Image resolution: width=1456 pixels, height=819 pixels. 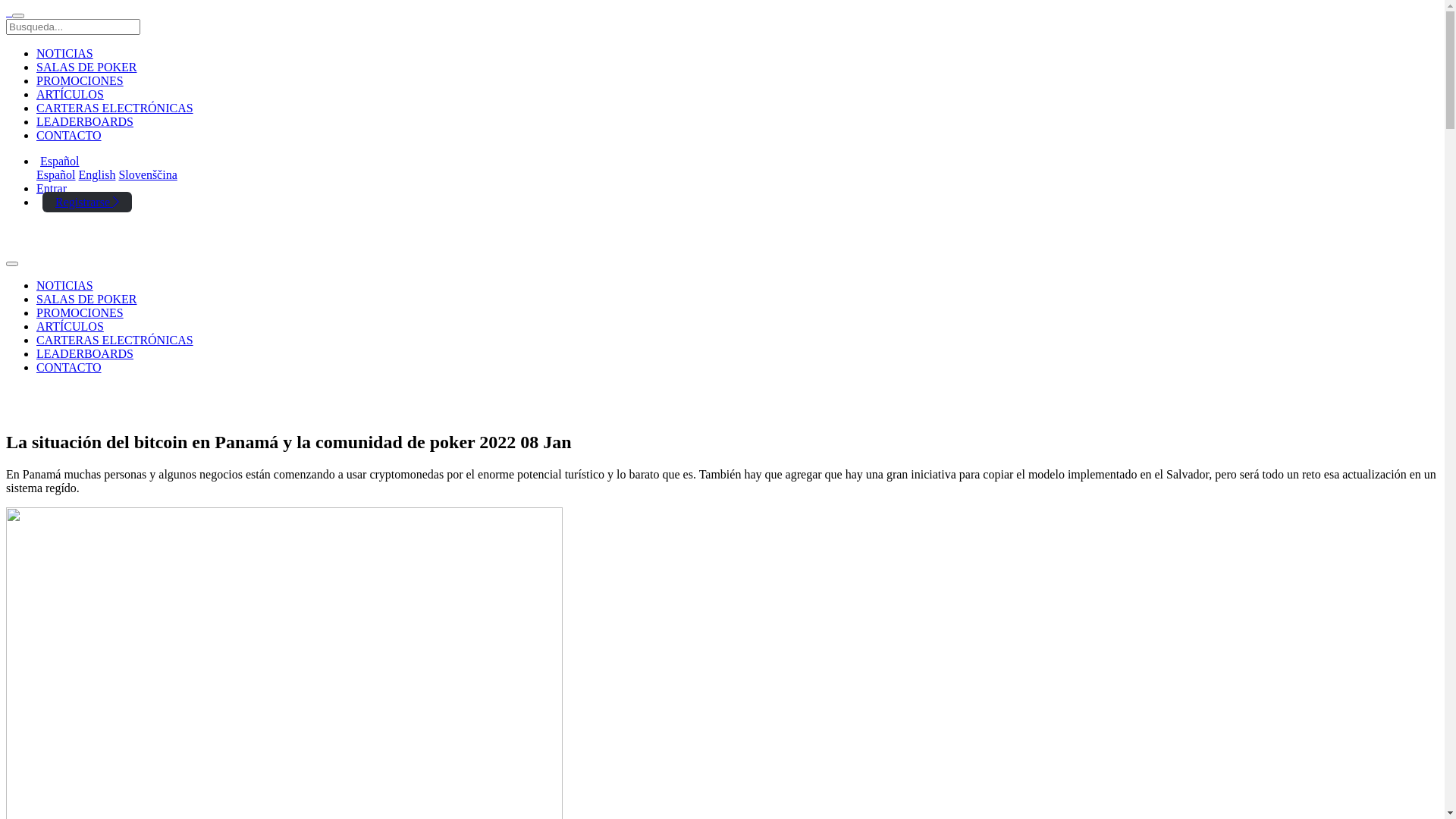 I want to click on 'LEADERBOARDS', so click(x=36, y=121).